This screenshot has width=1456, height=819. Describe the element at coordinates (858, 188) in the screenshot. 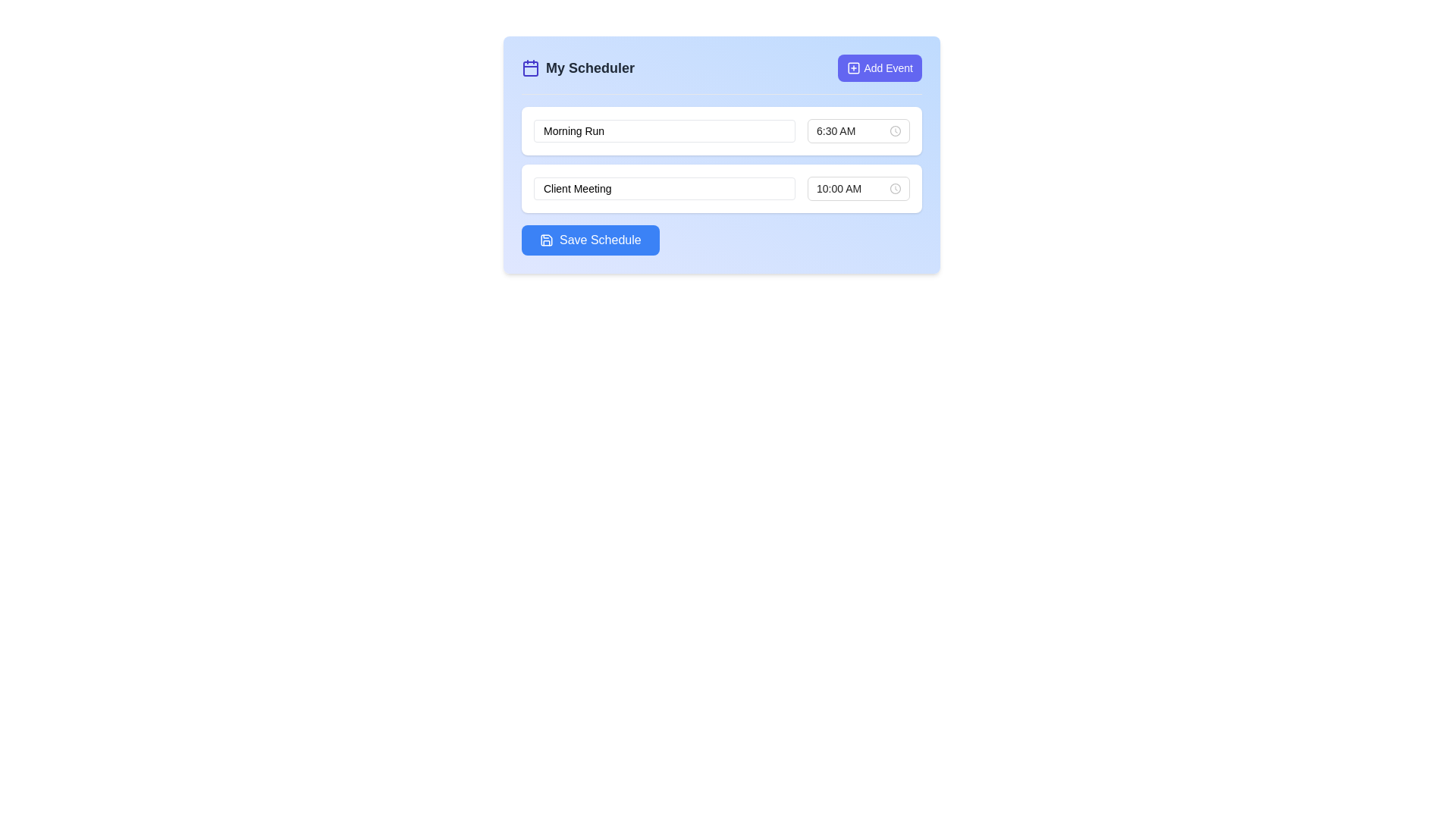

I see `the Time picker input field to manually input a time in '10:00 AM' format` at that location.